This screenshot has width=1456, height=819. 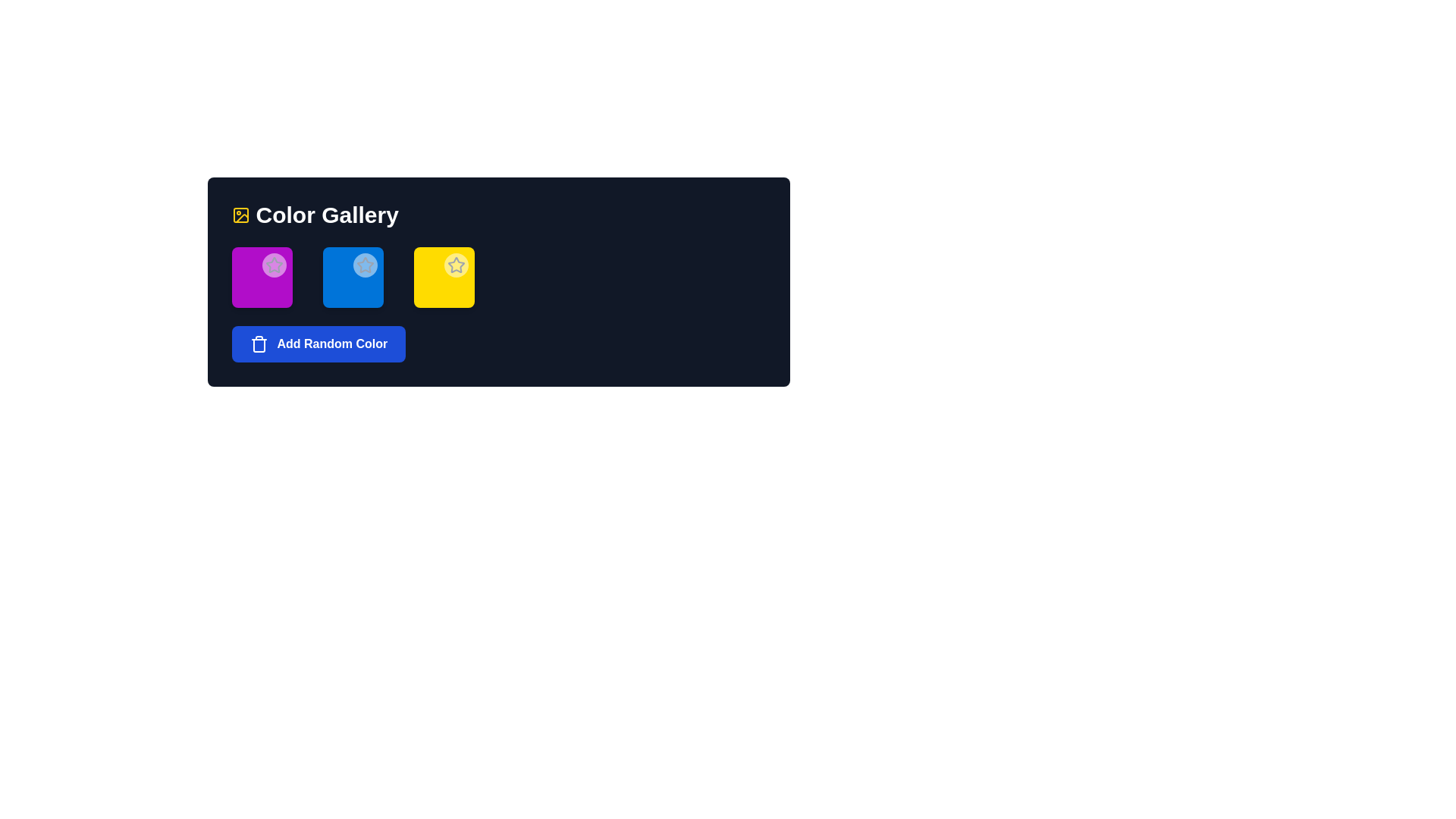 I want to click on the first star-shaped icon with a thin gray outline in the 'Color Gallery' section, so click(x=274, y=265).